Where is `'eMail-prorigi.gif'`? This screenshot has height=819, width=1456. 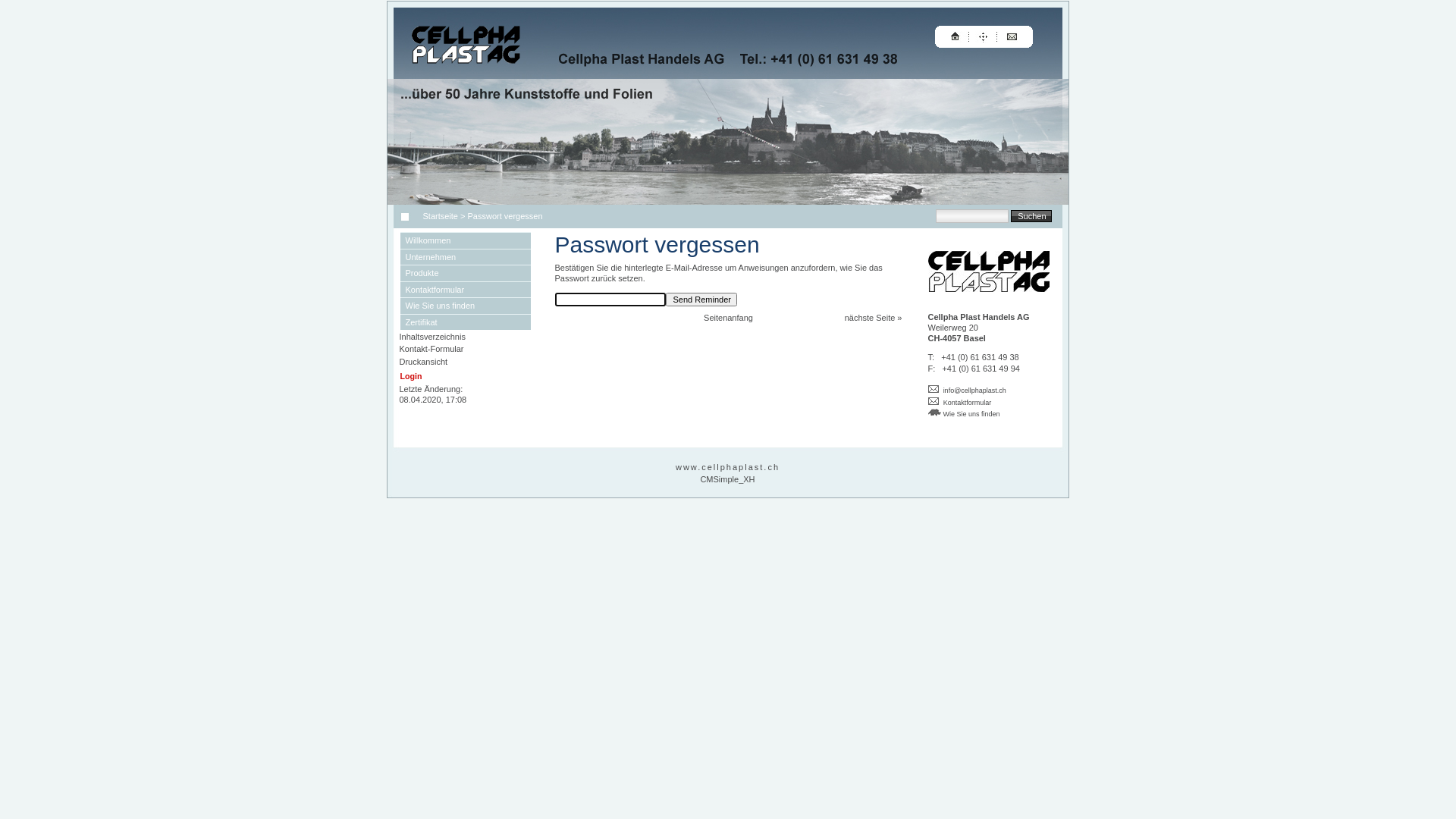
'eMail-prorigi.gif' is located at coordinates (927, 388).